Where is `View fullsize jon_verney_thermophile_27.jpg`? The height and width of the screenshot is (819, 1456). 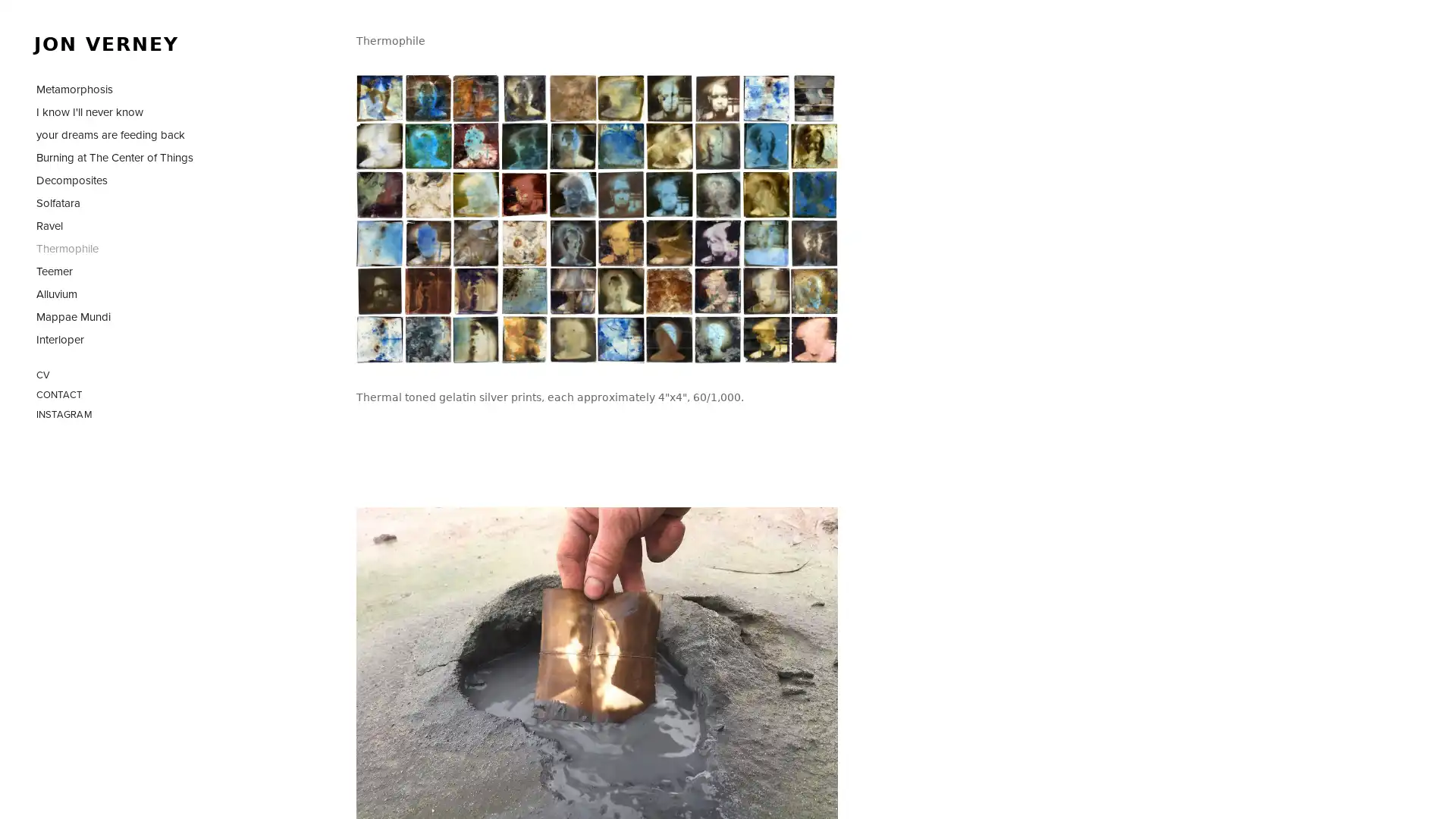
View fullsize jon_verney_thermophile_27.jpg is located at coordinates (716, 242).